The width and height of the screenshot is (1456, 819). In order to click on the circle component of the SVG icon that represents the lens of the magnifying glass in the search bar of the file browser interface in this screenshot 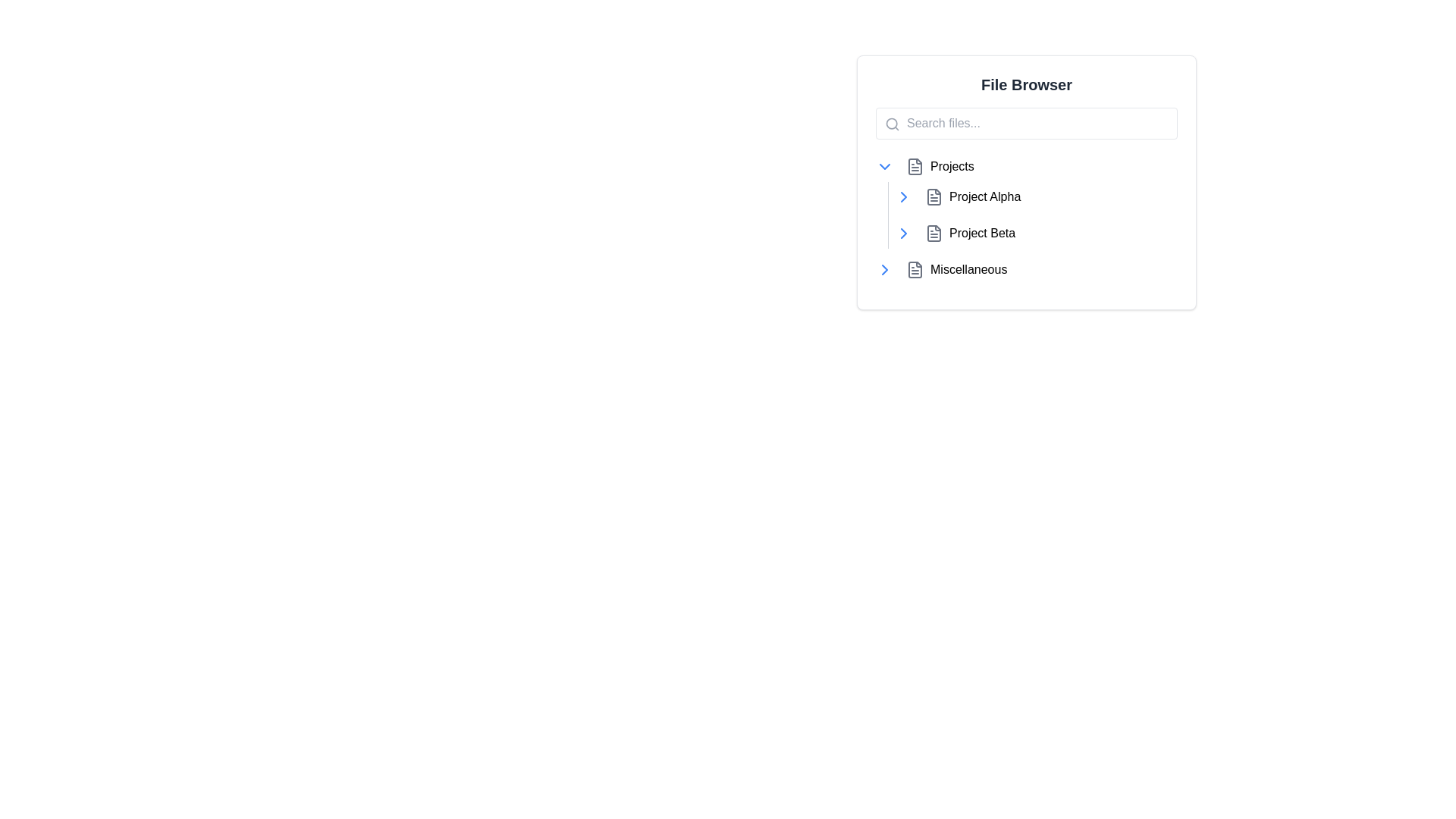, I will do `click(892, 123)`.